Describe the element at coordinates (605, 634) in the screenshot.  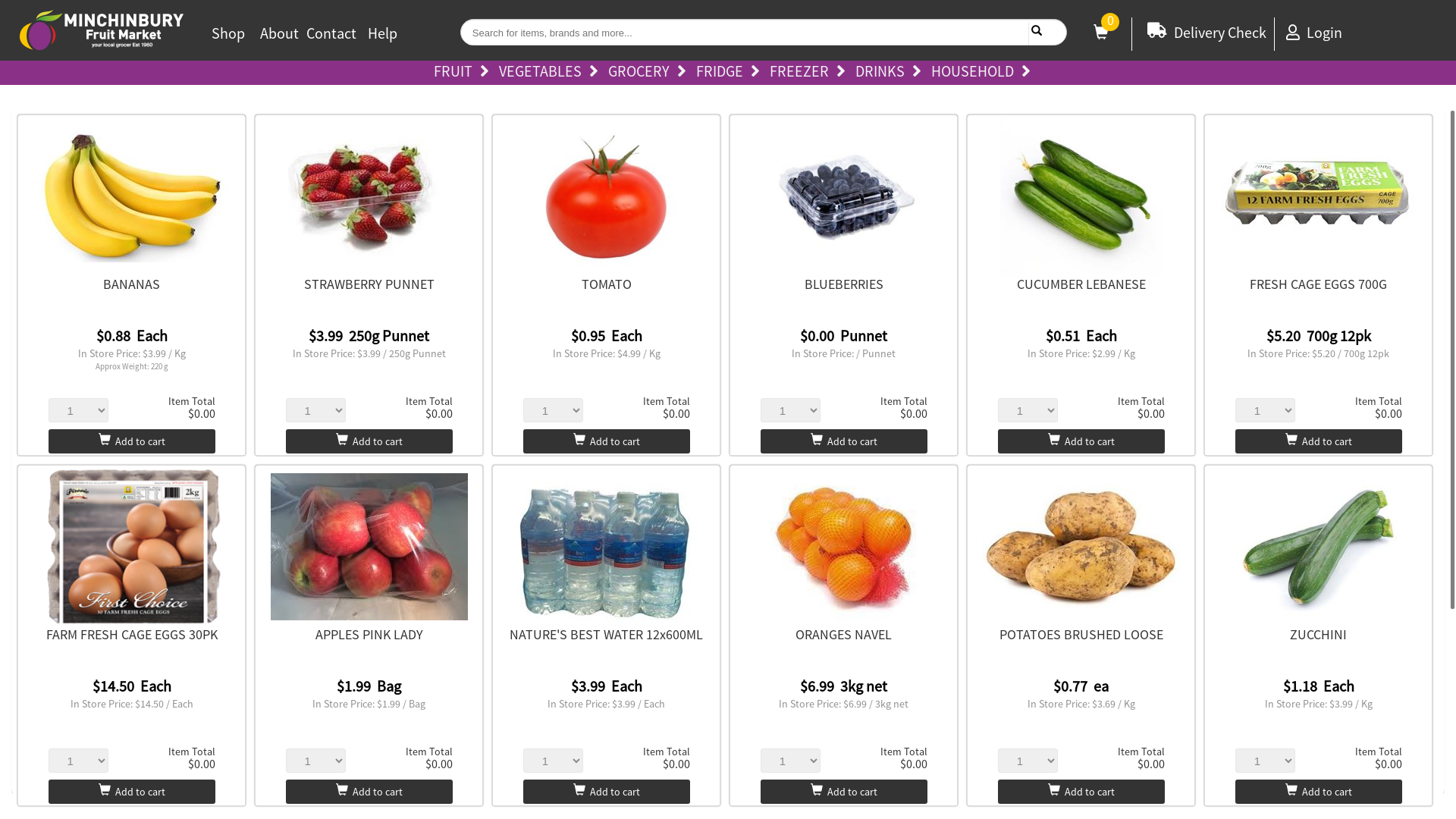
I see `'NATURE'S BEST WATER 12x600ML'` at that location.